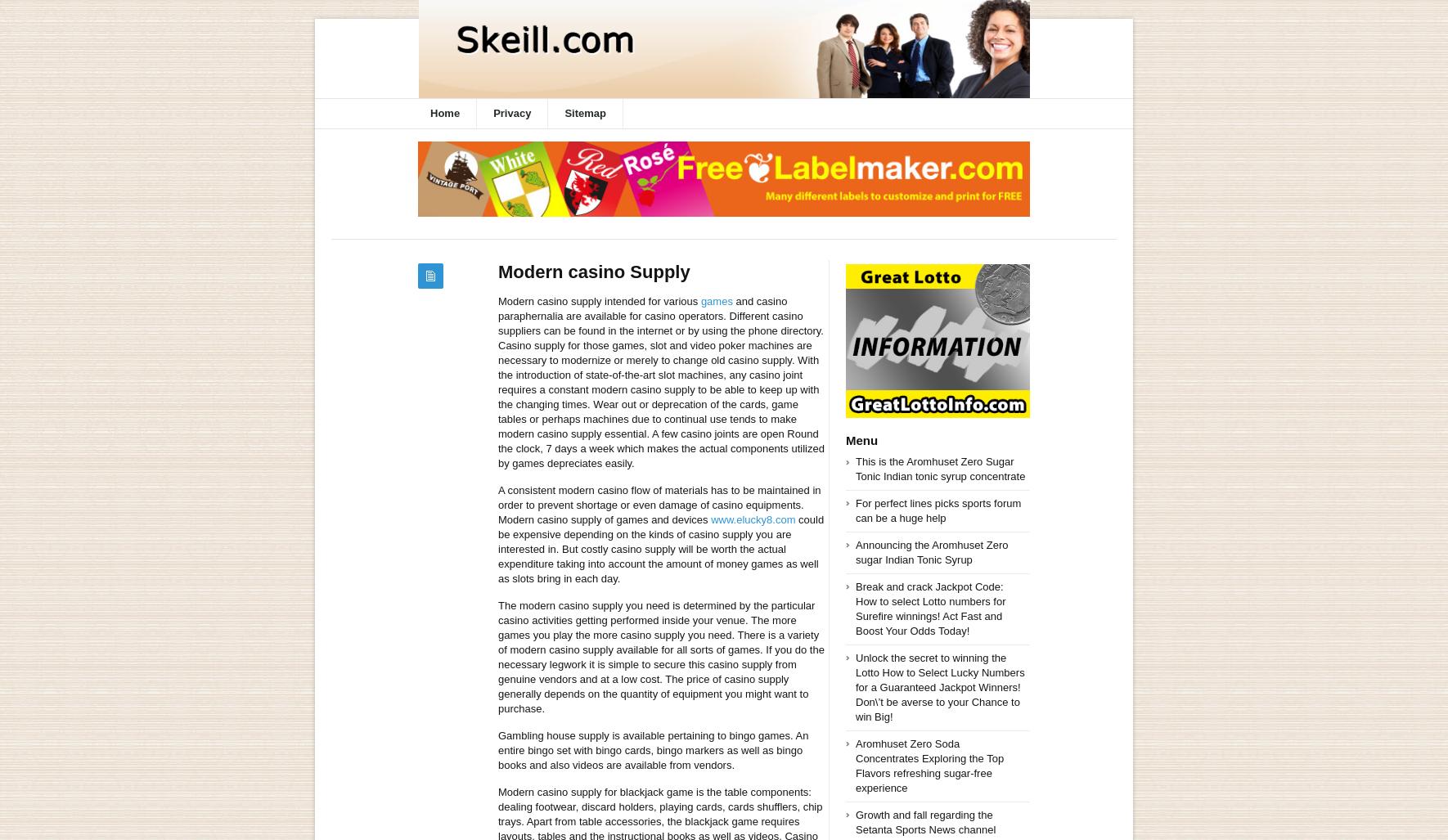 The image size is (1448, 840). I want to click on 'Announcing the Aromhuset Zero sugar Indian Tonic Syrup', so click(931, 550).